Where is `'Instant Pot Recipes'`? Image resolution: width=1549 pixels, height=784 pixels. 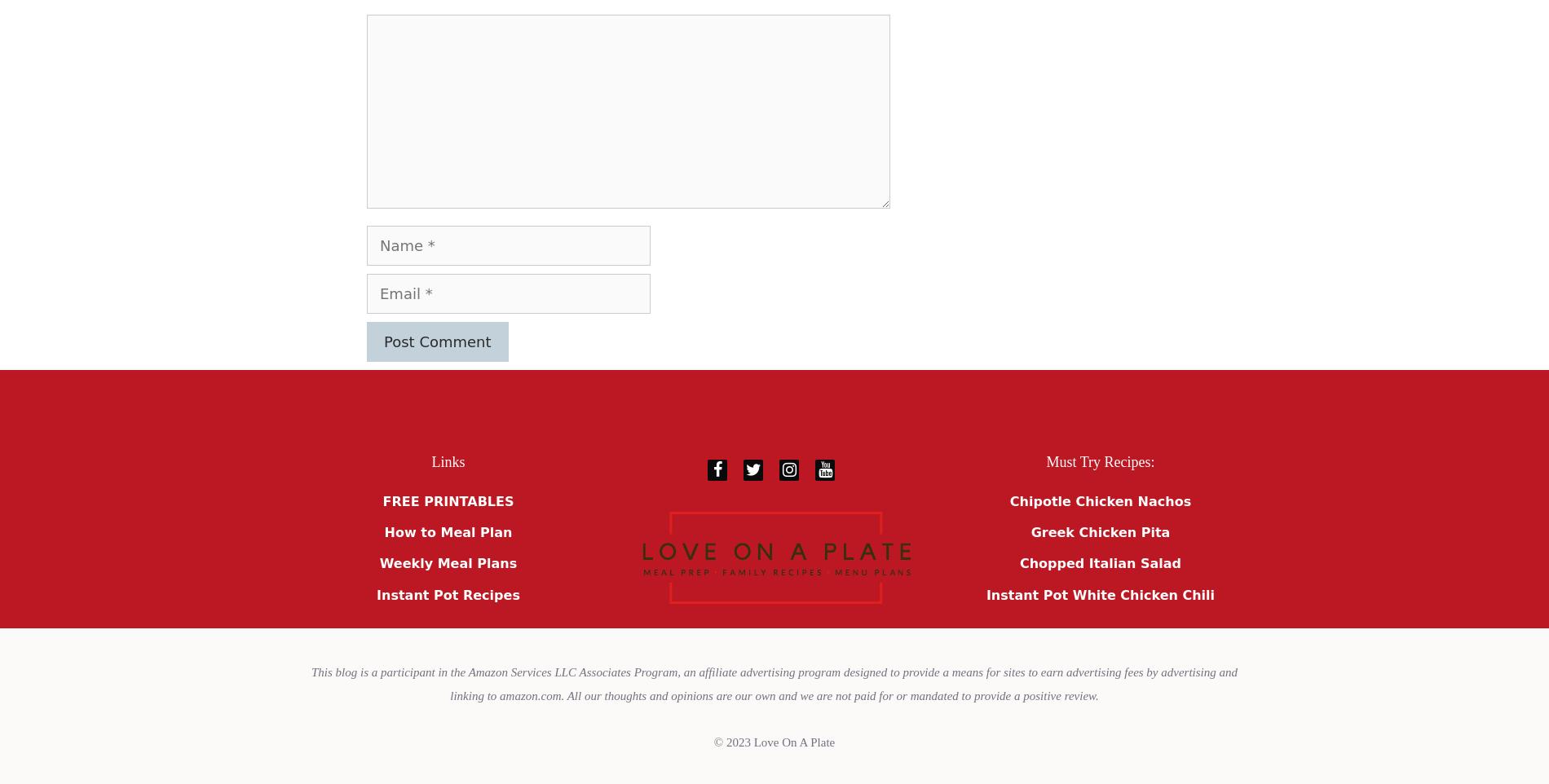 'Instant Pot Recipes' is located at coordinates (448, 594).